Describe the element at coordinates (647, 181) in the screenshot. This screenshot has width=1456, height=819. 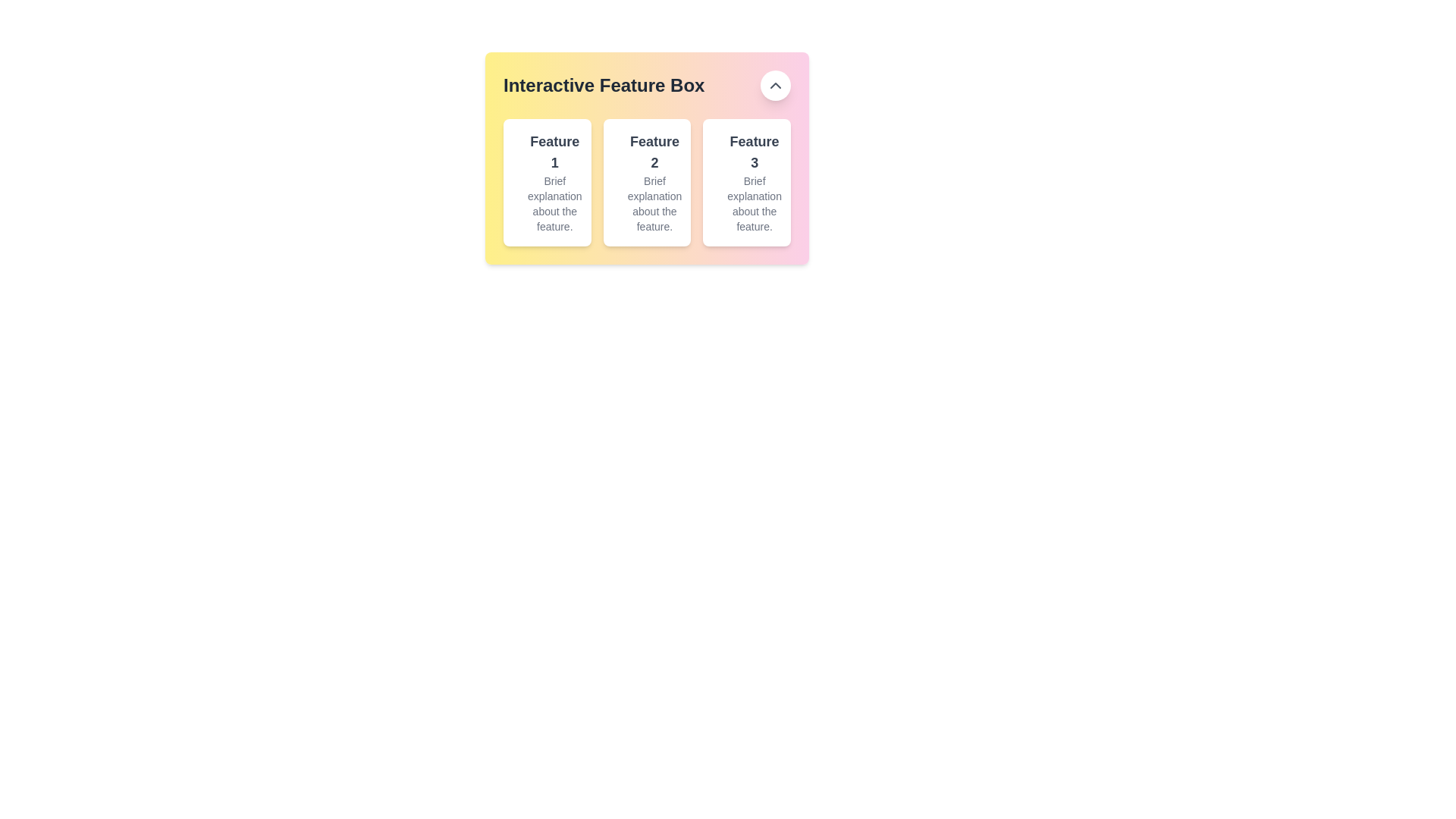
I see `the Informational Card displaying information about 'Feature 2', which is the second card in a horizontal grid of three cards` at that location.